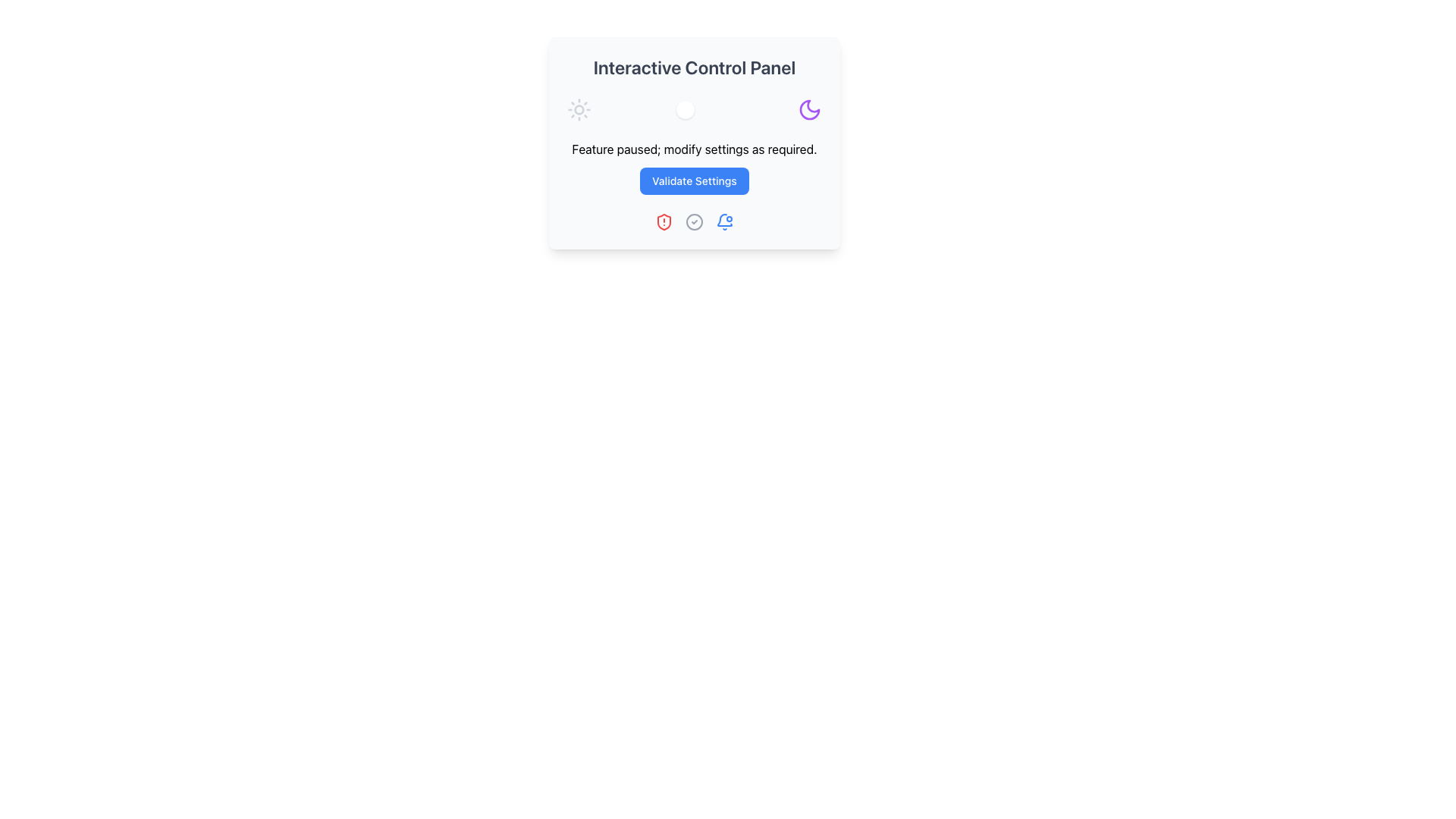 Image resolution: width=1456 pixels, height=819 pixels. I want to click on the second icon from the left in the 'Interactive Control Panel', which signifies approval or confirmation, if its functionality is enabled, so click(694, 222).